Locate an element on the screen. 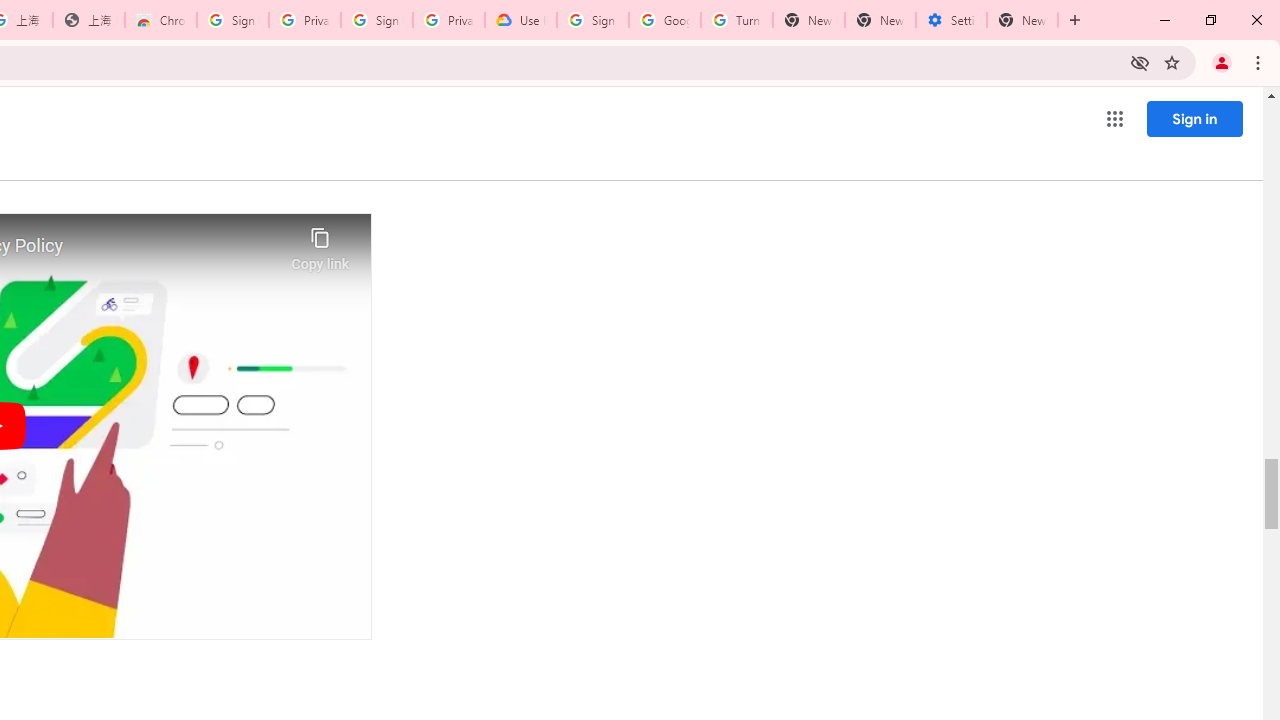  'Settings - System' is located at coordinates (950, 20).